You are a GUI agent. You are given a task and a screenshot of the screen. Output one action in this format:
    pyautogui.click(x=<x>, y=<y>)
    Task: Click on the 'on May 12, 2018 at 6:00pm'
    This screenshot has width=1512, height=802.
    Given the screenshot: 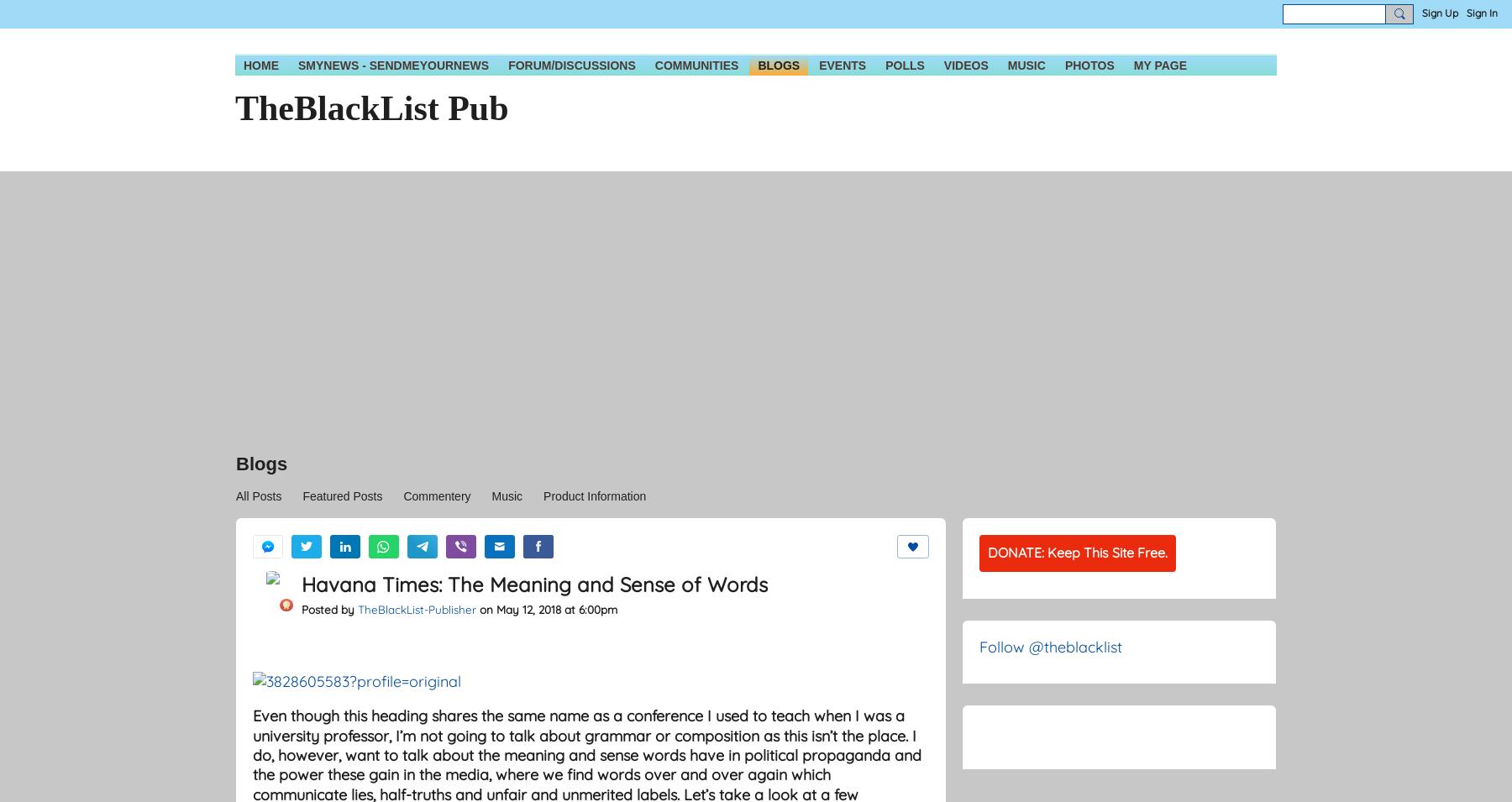 What is the action you would take?
    pyautogui.click(x=547, y=608)
    